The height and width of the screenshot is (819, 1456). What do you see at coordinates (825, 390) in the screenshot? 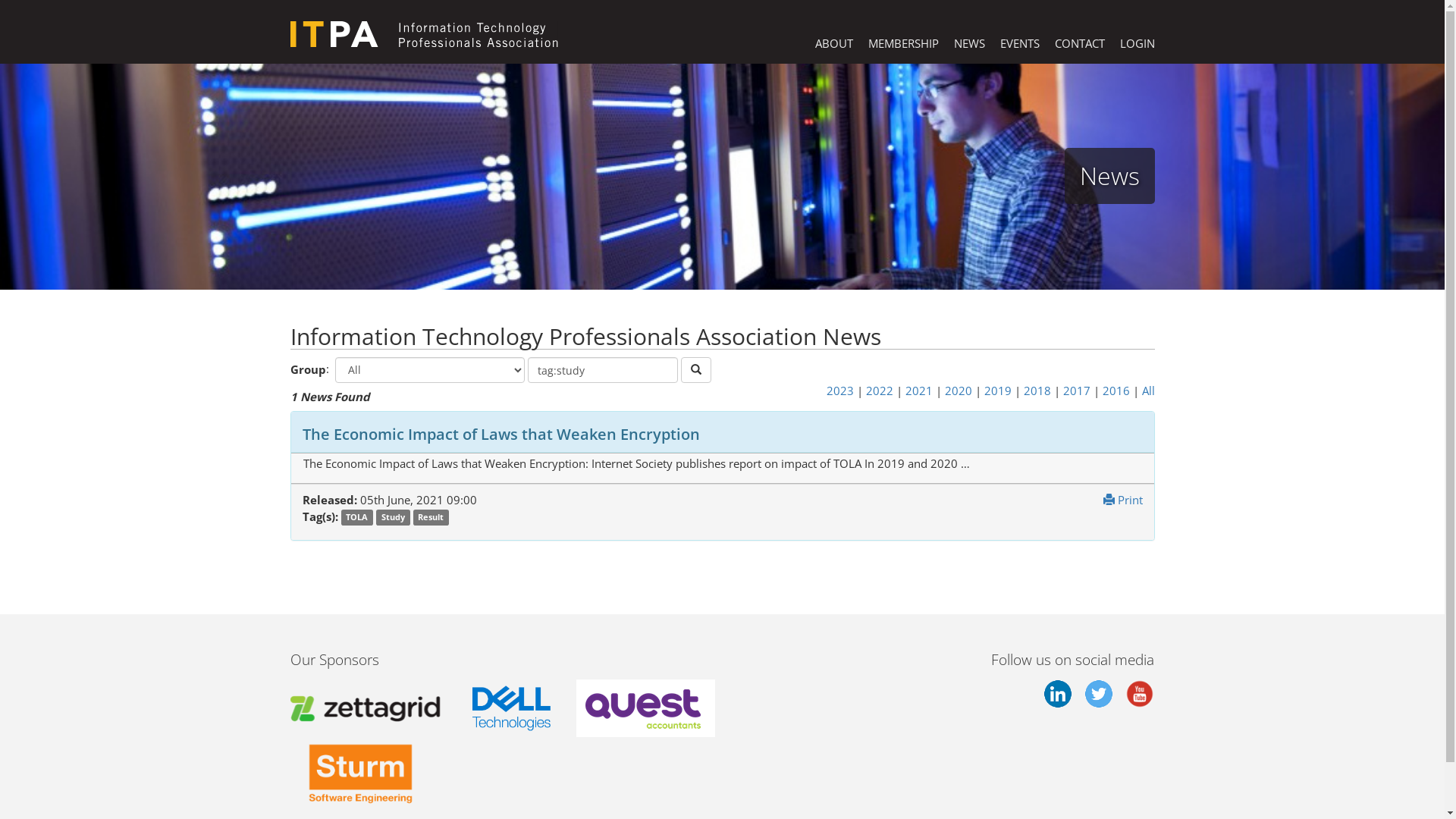
I see `'2023'` at bounding box center [825, 390].